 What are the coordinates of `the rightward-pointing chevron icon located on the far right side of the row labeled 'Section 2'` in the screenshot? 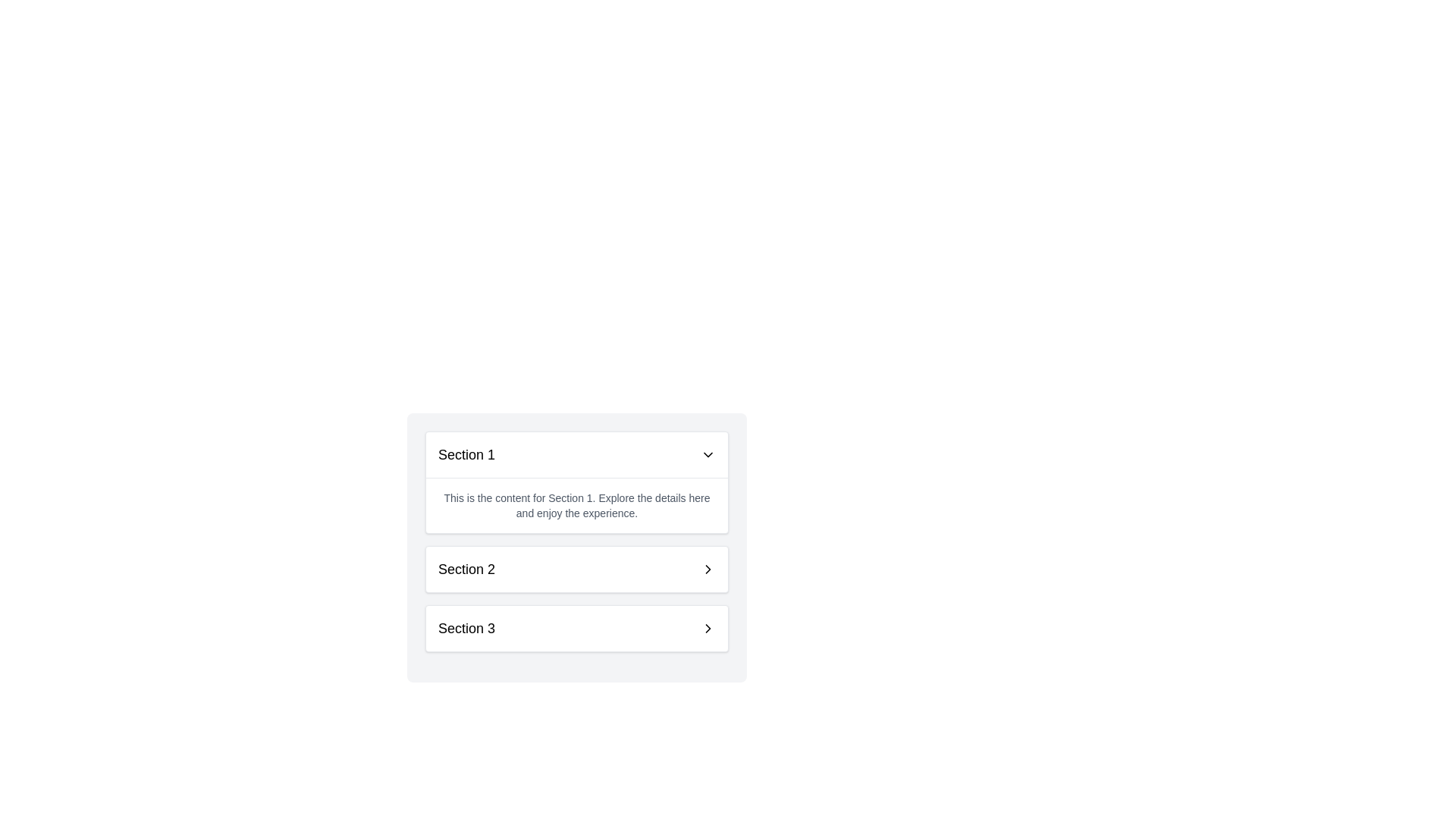 It's located at (708, 570).